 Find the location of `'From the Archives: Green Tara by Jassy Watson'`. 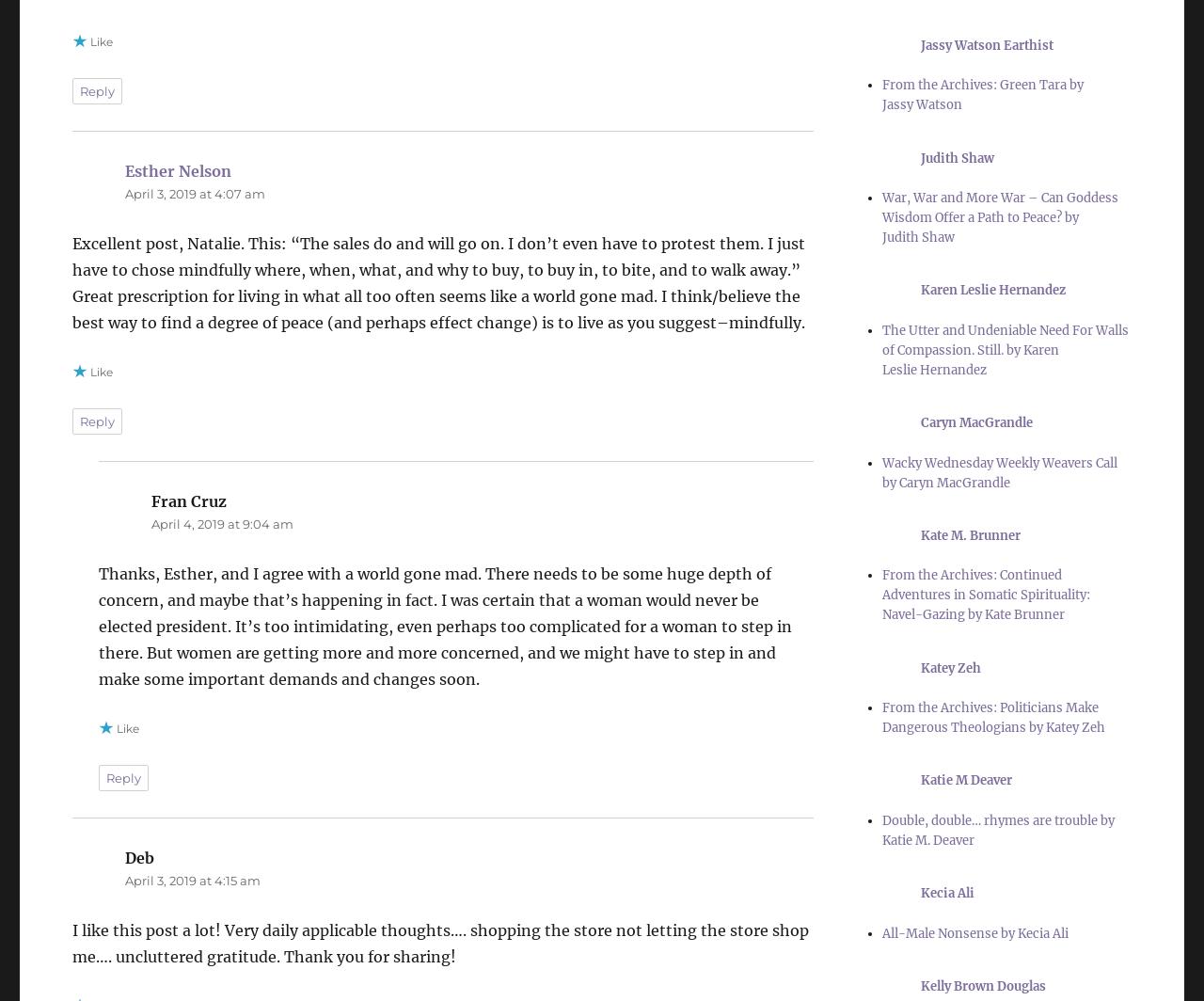

'From the Archives: Green Tara by Jassy Watson' is located at coordinates (980, 94).